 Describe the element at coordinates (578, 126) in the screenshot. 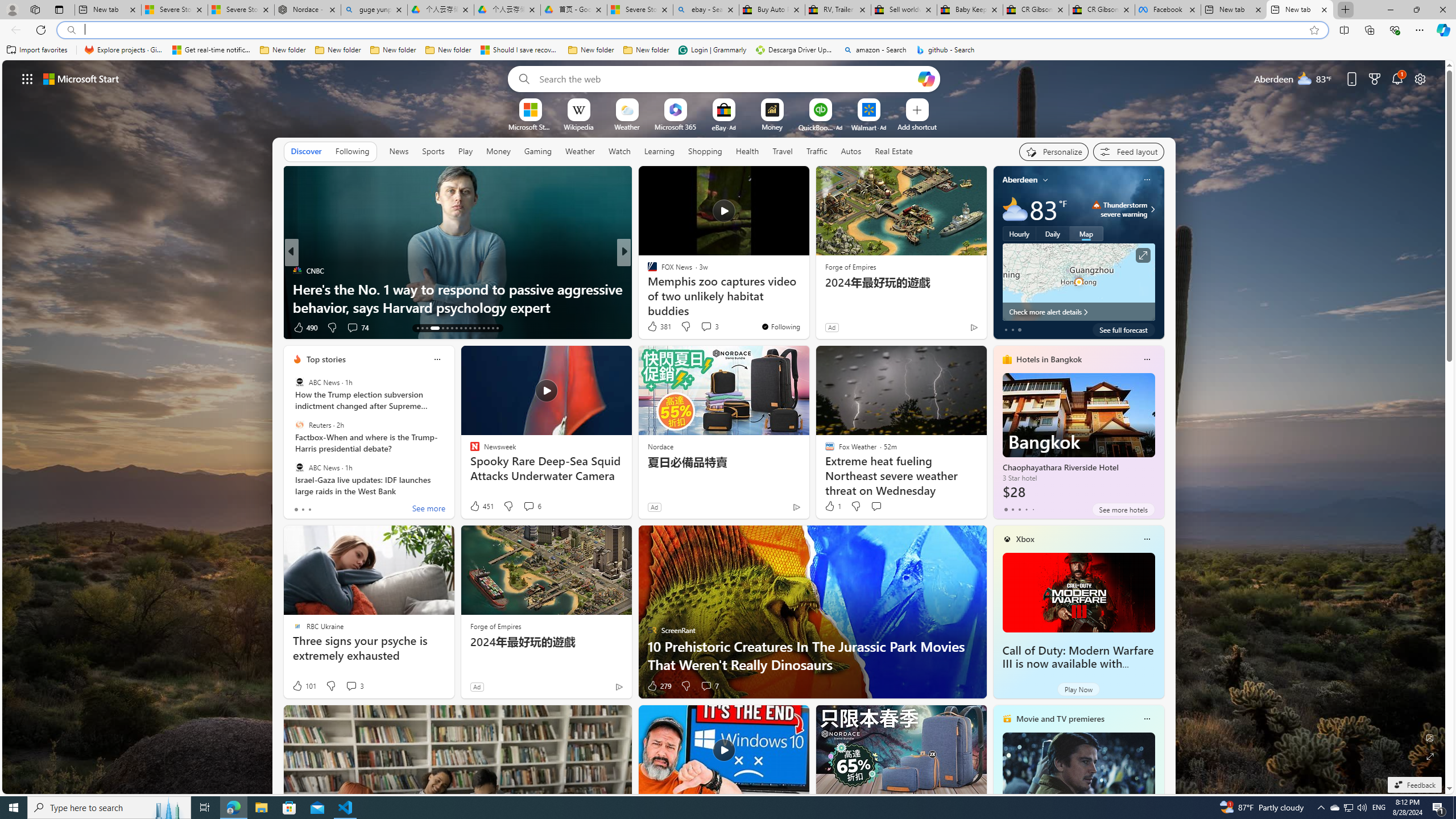

I see `'Wikipedia'` at that location.